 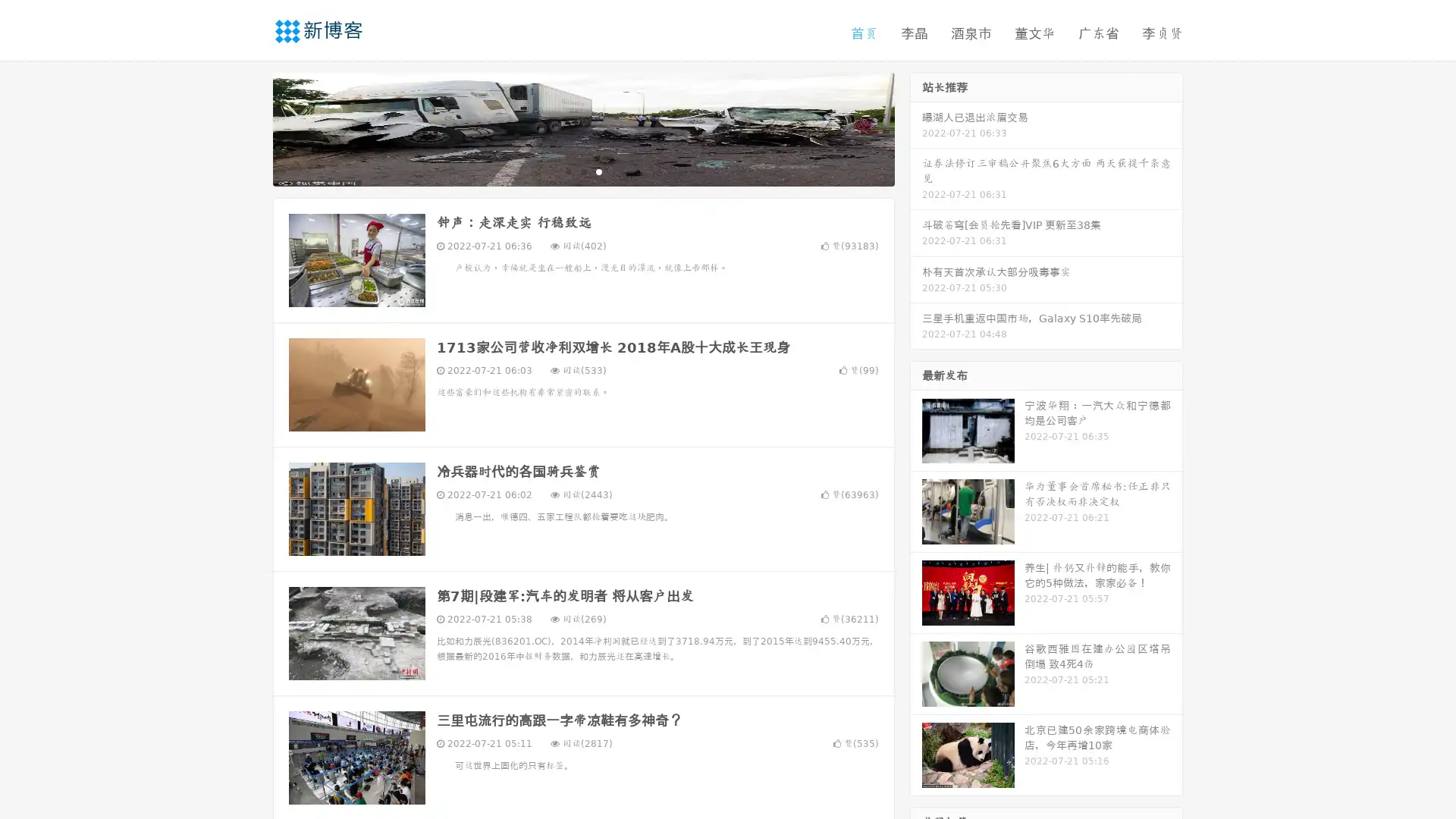 What do you see at coordinates (567, 171) in the screenshot?
I see `Go to slide 1` at bounding box center [567, 171].